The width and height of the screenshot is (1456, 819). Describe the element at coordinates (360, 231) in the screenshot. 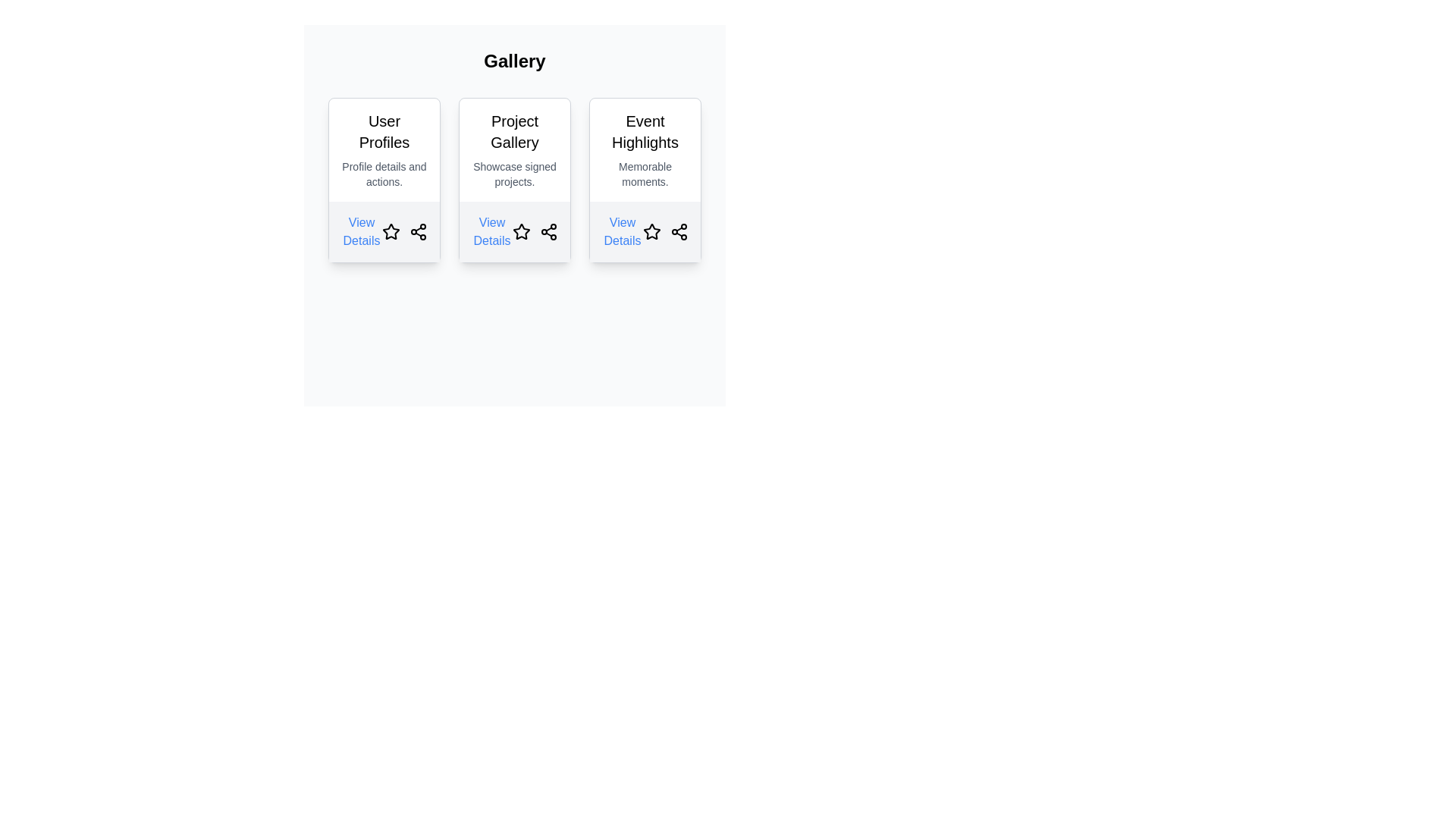

I see `the blue hyperlink text 'View Details' located in the bottom left corner of the 'User Profiles' card to observe the underline effect` at that location.